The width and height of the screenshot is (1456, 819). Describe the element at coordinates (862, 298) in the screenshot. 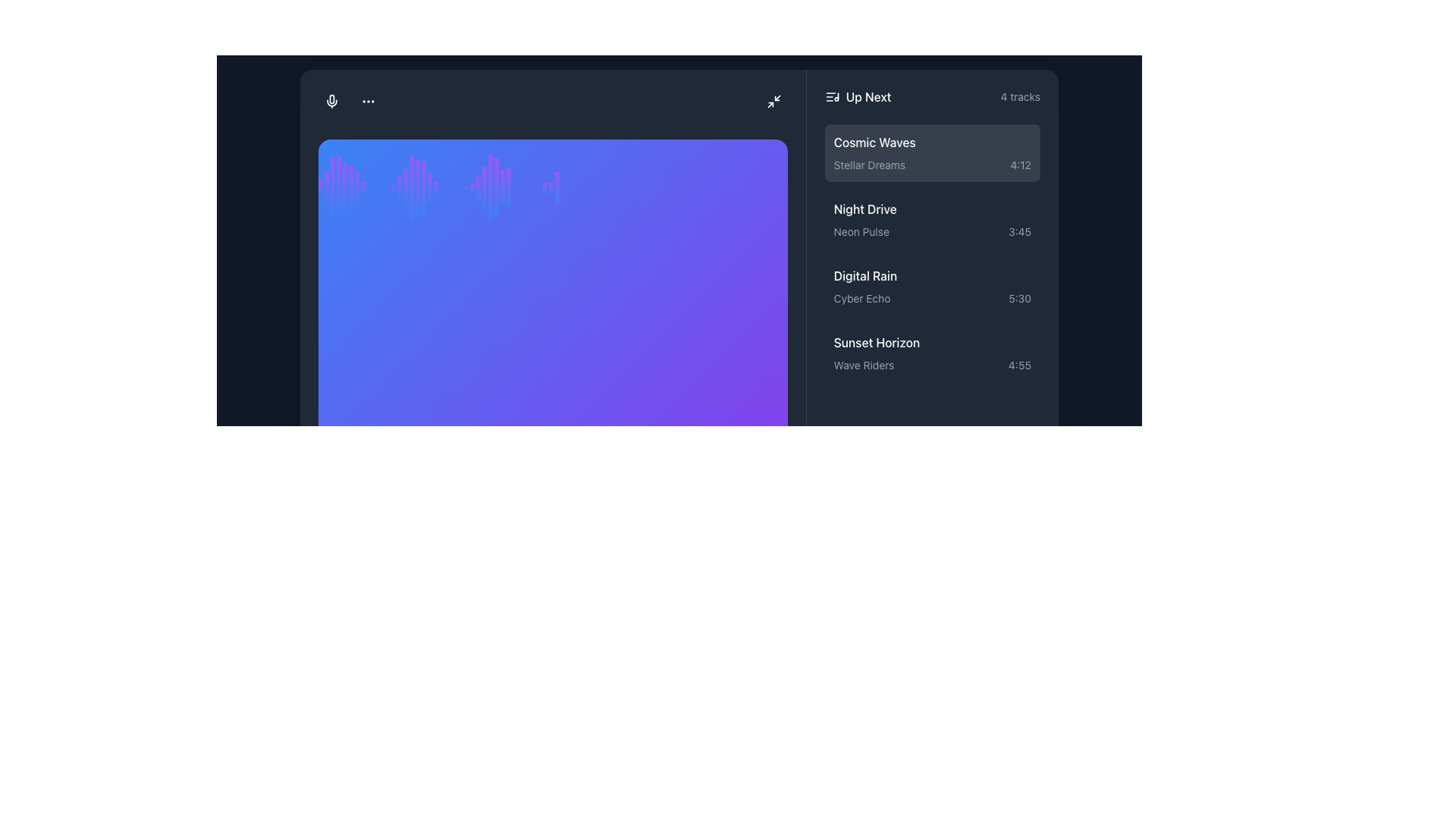

I see `text label located under the 'Digital Rain' heading, which provides additional information such as the album or artist name, positioned next to the timestamp '5:30'` at that location.